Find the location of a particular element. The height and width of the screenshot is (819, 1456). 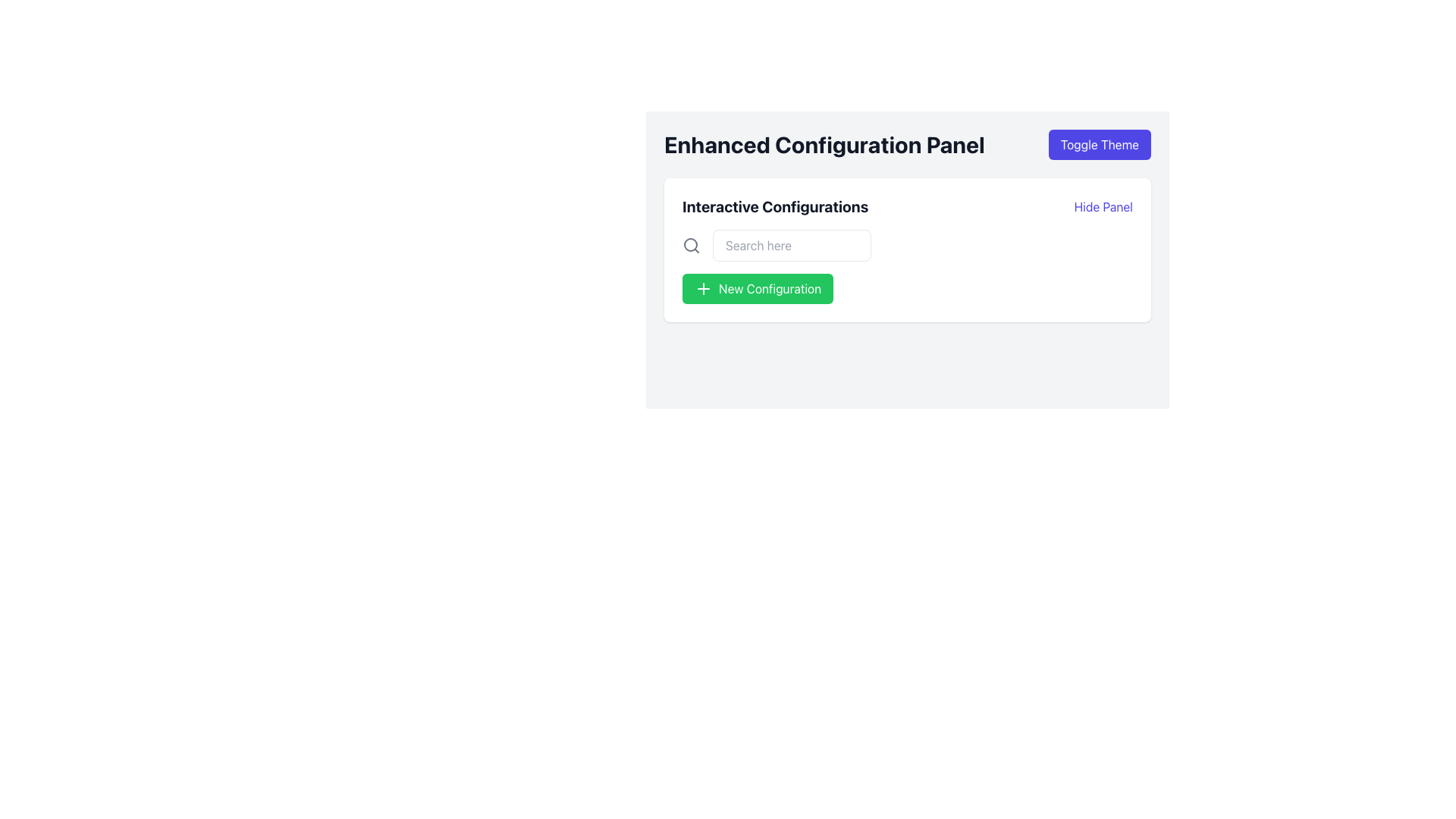

the non-interactive Text Label that serves as a heading, positioned to the left of the 'Toggle Theme' button is located at coordinates (824, 145).